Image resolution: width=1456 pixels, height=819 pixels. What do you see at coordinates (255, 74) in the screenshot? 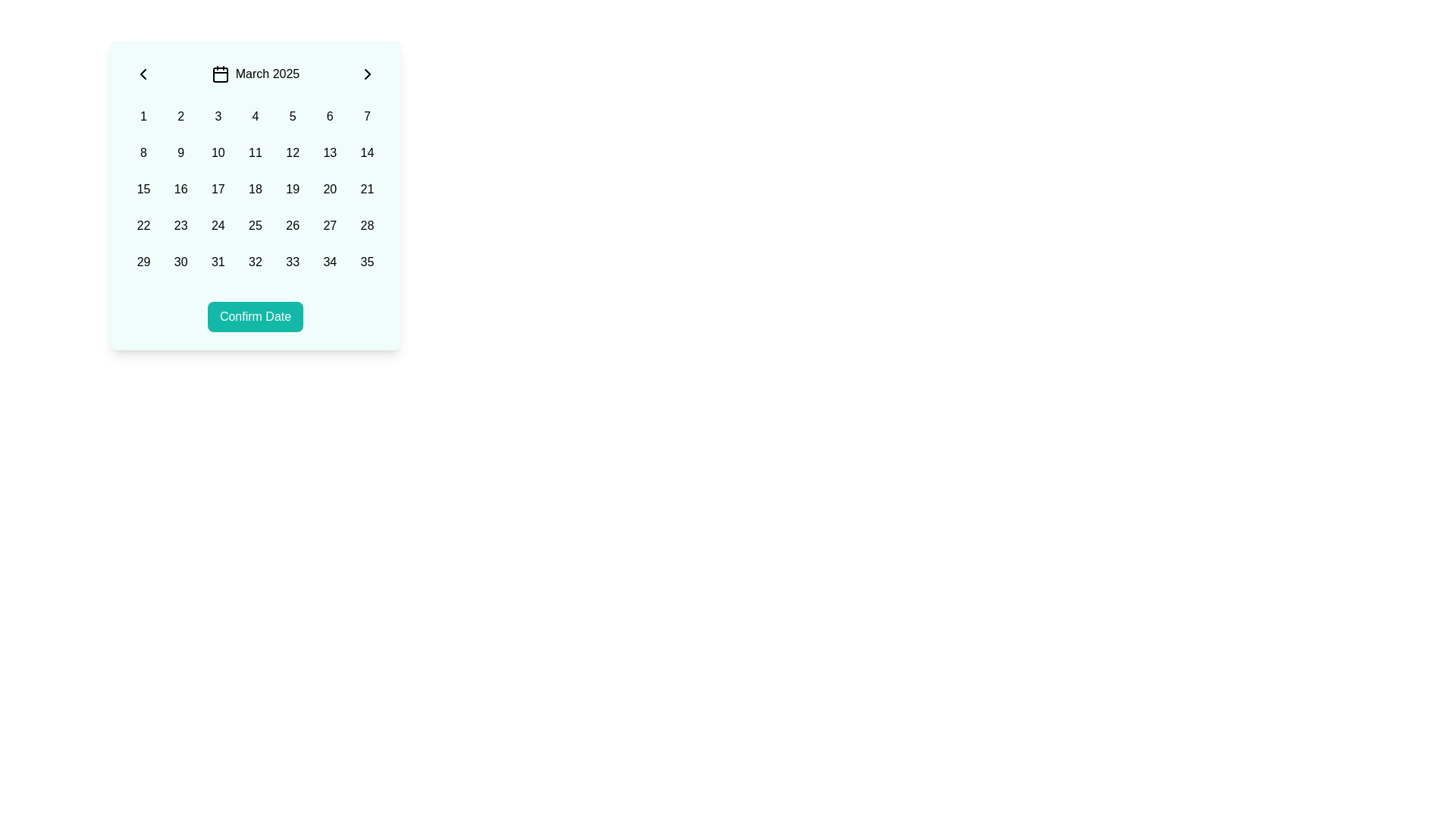
I see `the label displaying the currently selected month and year in the calendar, positioned between the left and right arrow buttons for navigation` at bounding box center [255, 74].